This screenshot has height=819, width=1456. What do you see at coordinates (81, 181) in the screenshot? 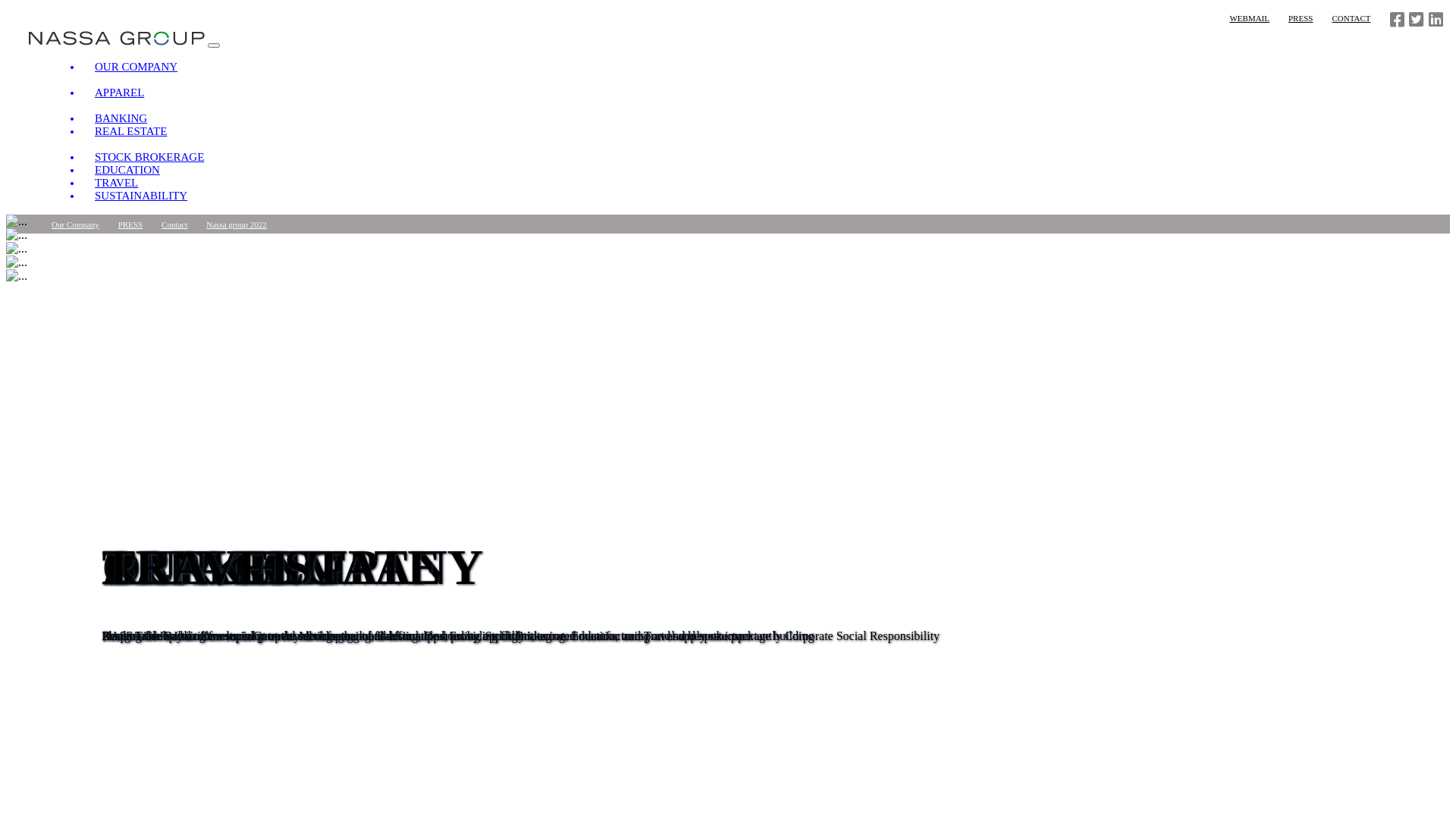
I see `'TRAVEL'` at bounding box center [81, 181].